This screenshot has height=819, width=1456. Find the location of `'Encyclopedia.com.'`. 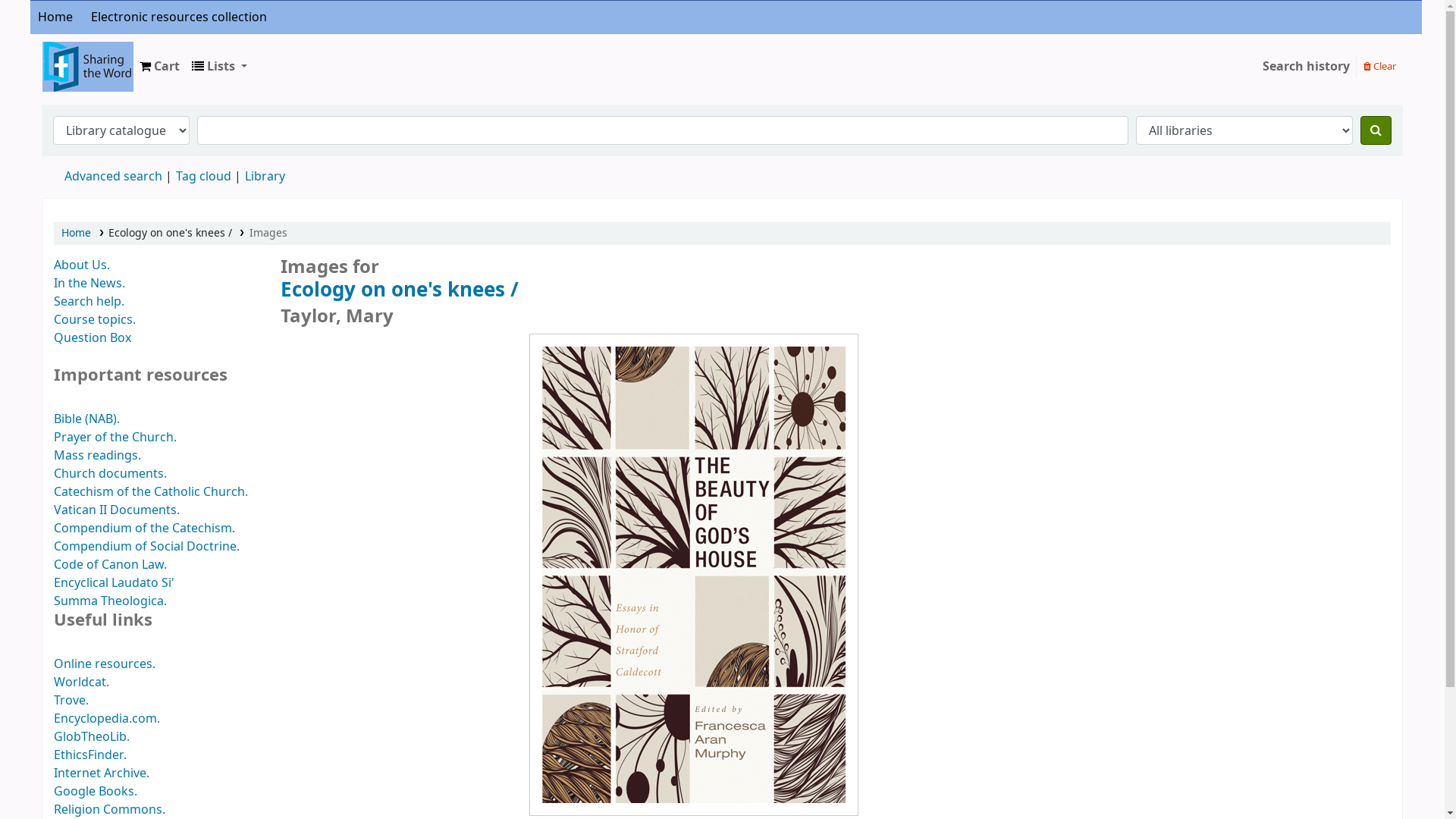

'Encyclopedia.com.' is located at coordinates (105, 718).